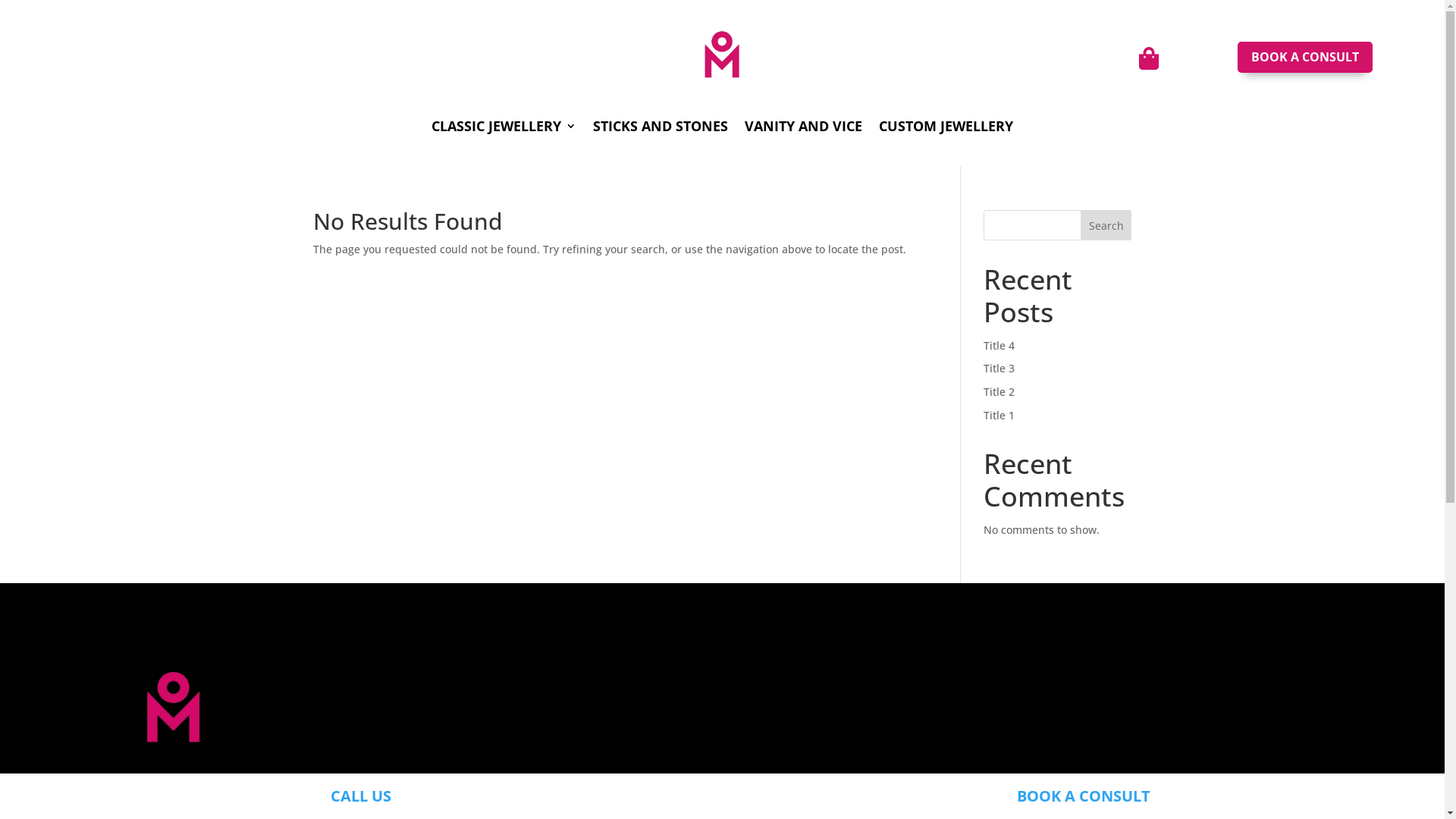  Describe the element at coordinates (983, 415) in the screenshot. I see `'Title 1'` at that location.